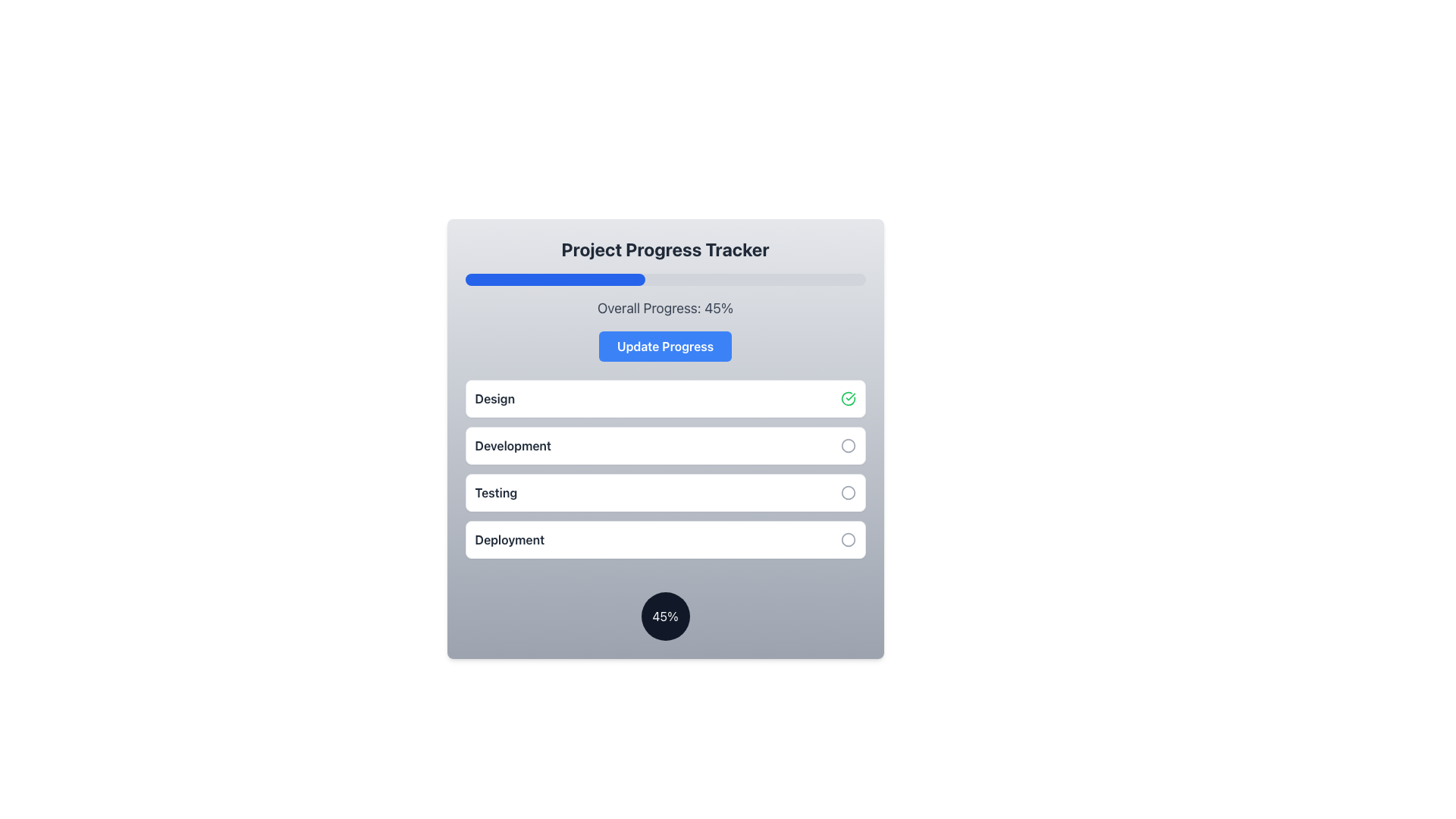  I want to click on the text display representing the overall progress percentage, which is prominently presented within a decorative circle located in the 'Project Progress Tracker' section beneath 'Deployment', so click(665, 617).